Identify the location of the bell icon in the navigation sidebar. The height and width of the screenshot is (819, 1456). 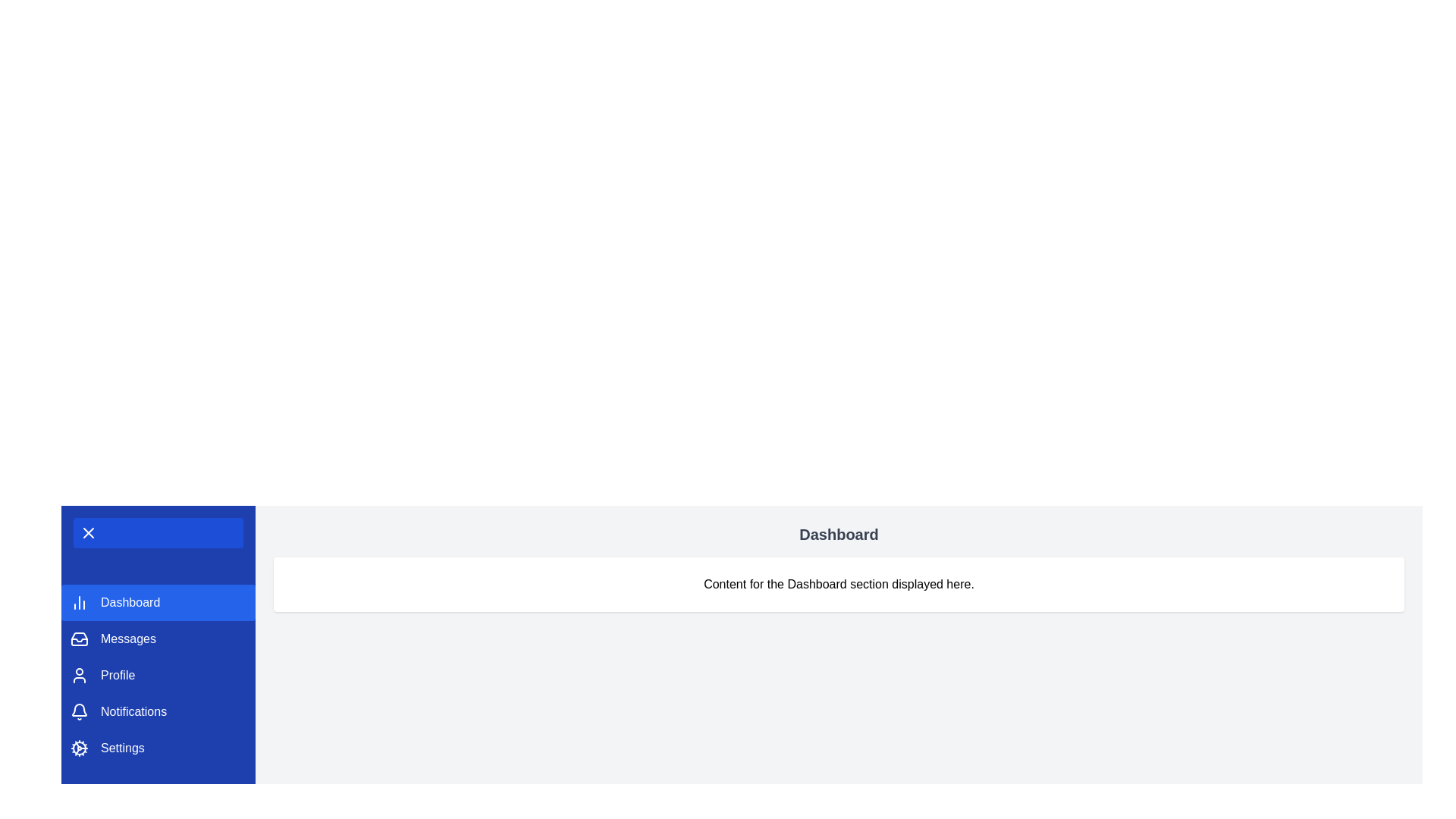
(79, 710).